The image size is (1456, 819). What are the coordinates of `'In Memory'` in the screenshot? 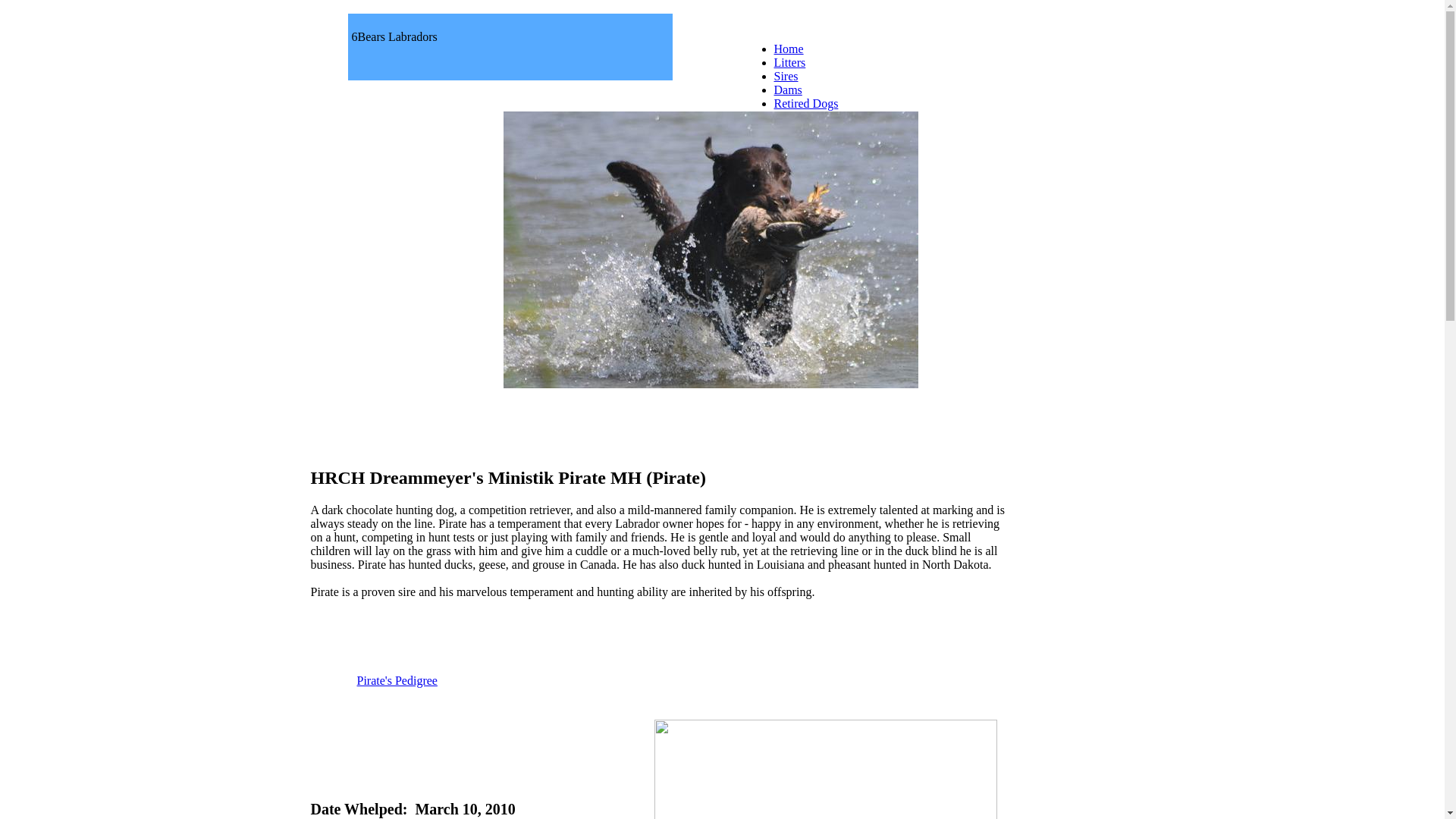 It's located at (800, 116).